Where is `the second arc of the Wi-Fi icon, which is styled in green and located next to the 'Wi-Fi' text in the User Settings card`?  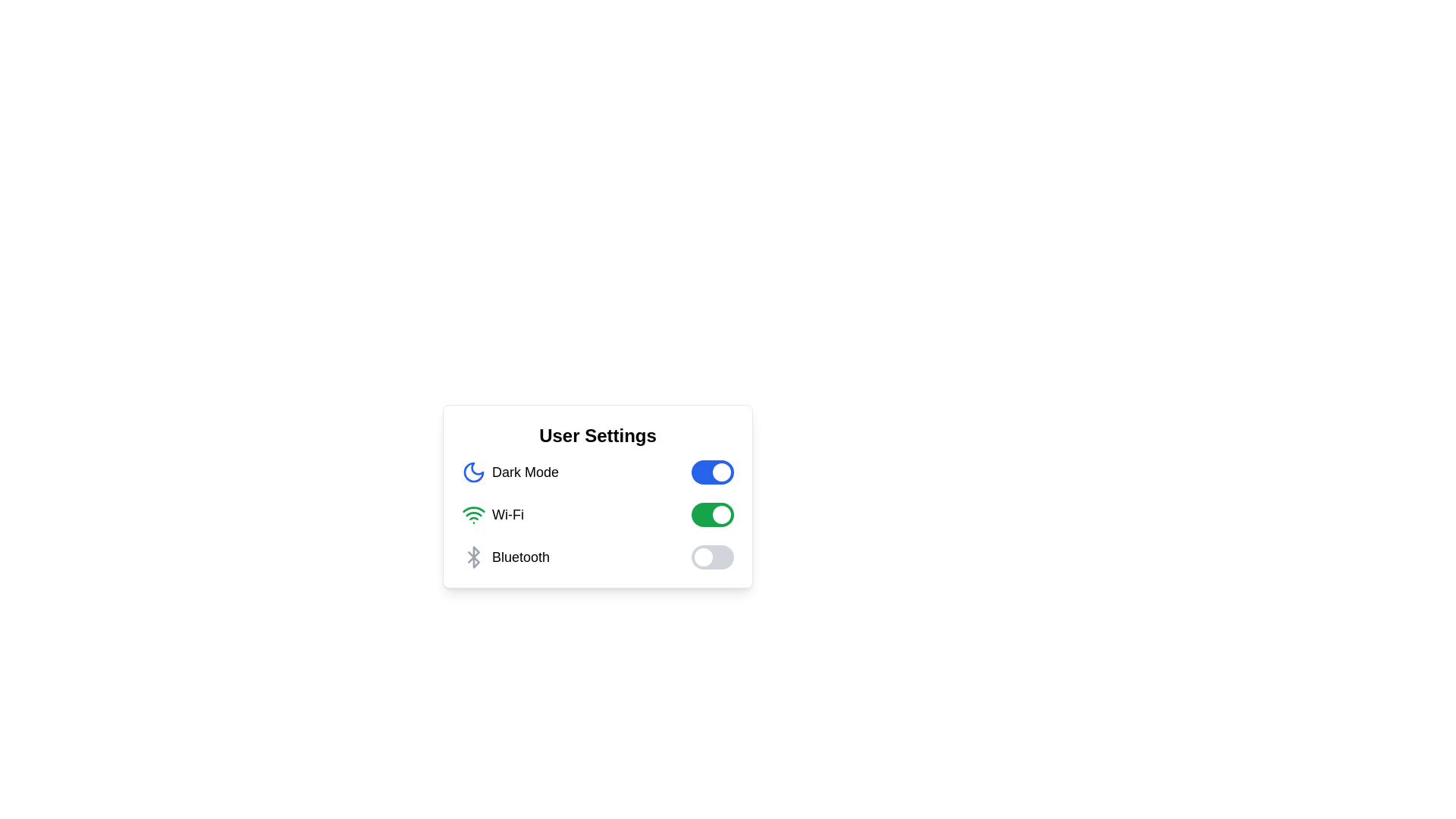
the second arc of the Wi-Fi icon, which is styled in green and located next to the 'Wi-Fi' text in the User Settings card is located at coordinates (472, 509).